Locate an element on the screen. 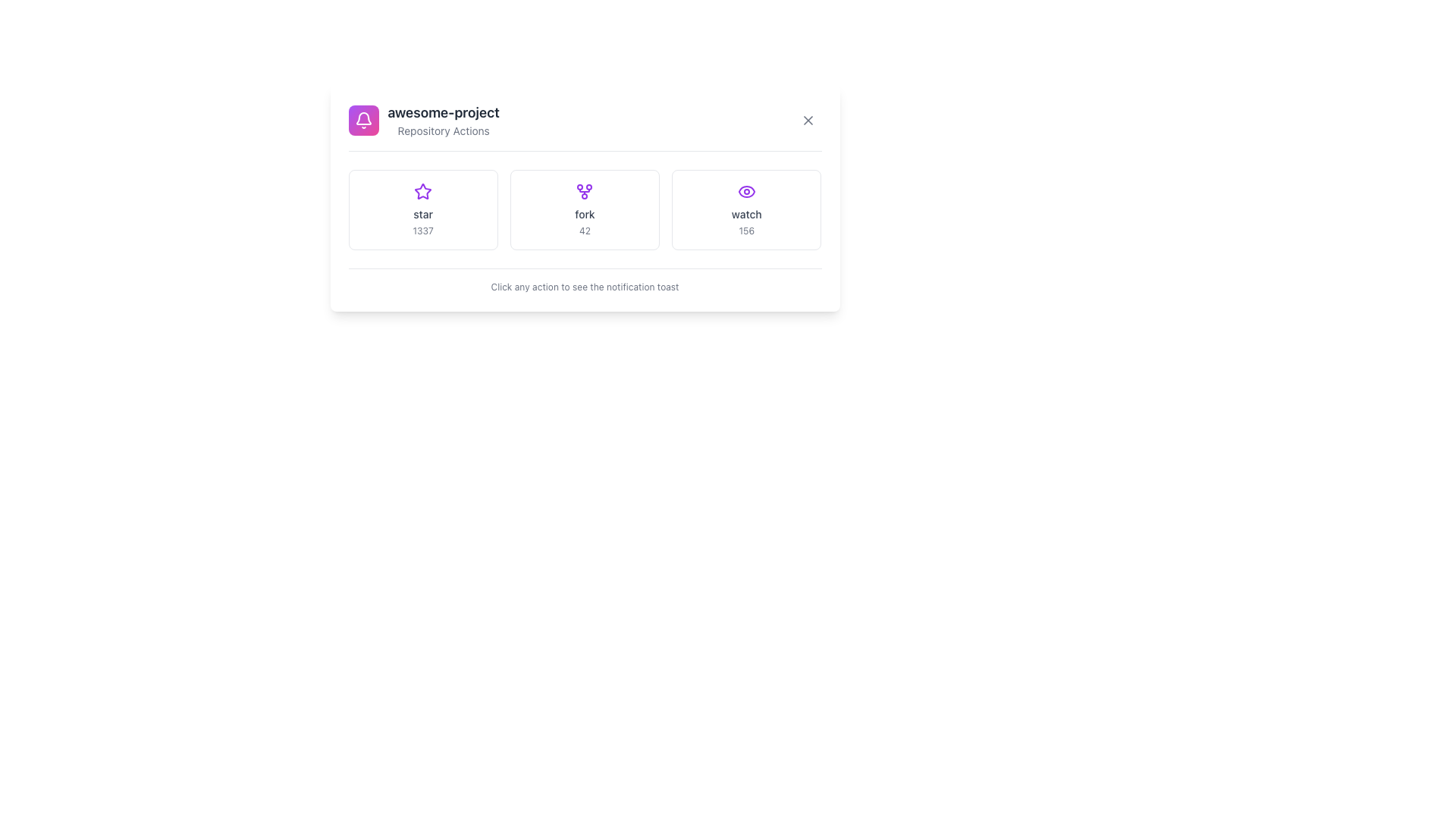  the button that features a card-like structure with an eye icon in purple, the text 'watch' in black, and the number '156' in gray, which is the third card in a row of three elements is located at coordinates (746, 210).